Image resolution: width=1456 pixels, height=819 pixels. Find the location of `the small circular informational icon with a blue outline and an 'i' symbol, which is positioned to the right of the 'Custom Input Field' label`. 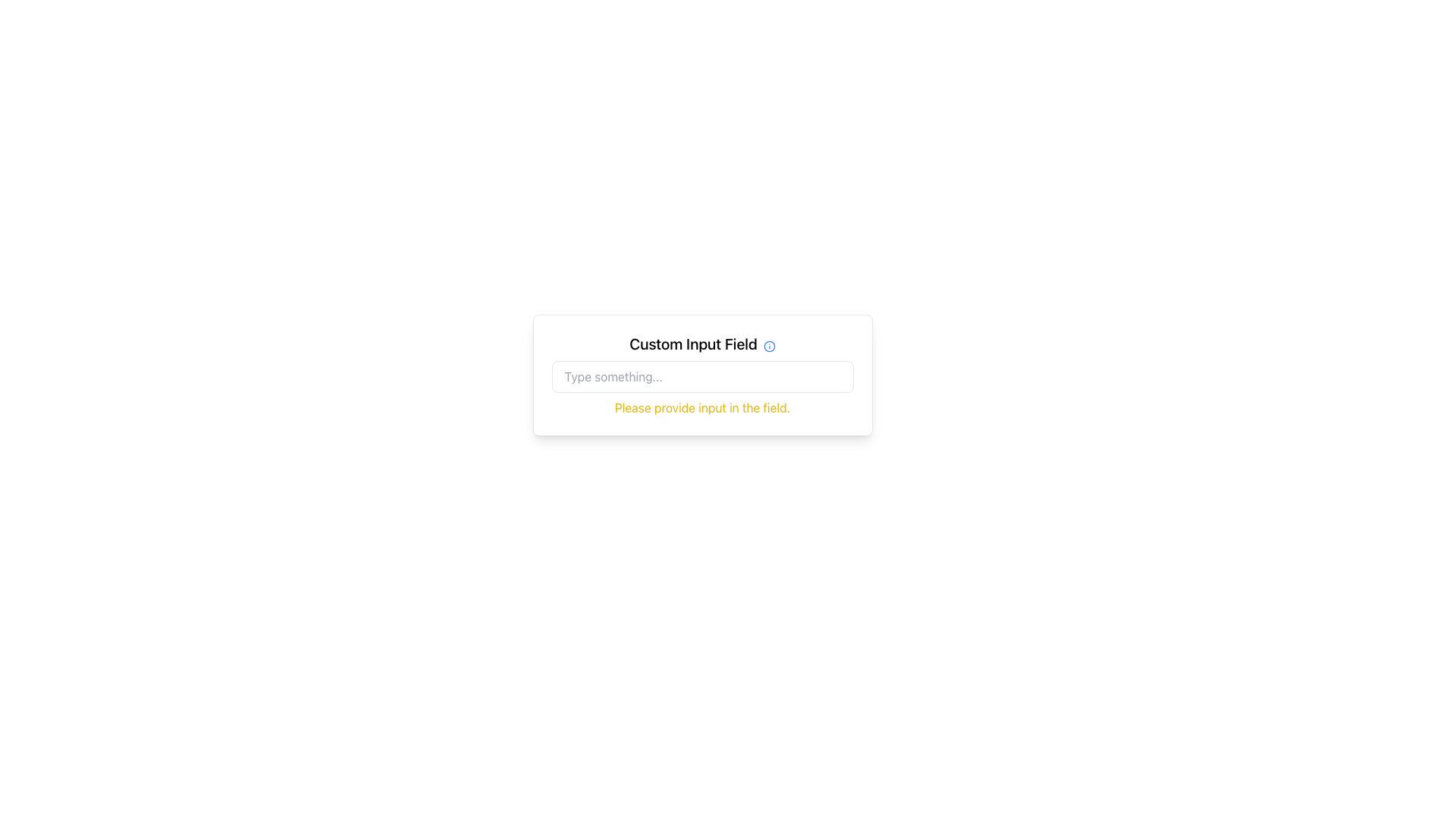

the small circular informational icon with a blue outline and an 'i' symbol, which is positioned to the right of the 'Custom Input Field' label is located at coordinates (769, 344).